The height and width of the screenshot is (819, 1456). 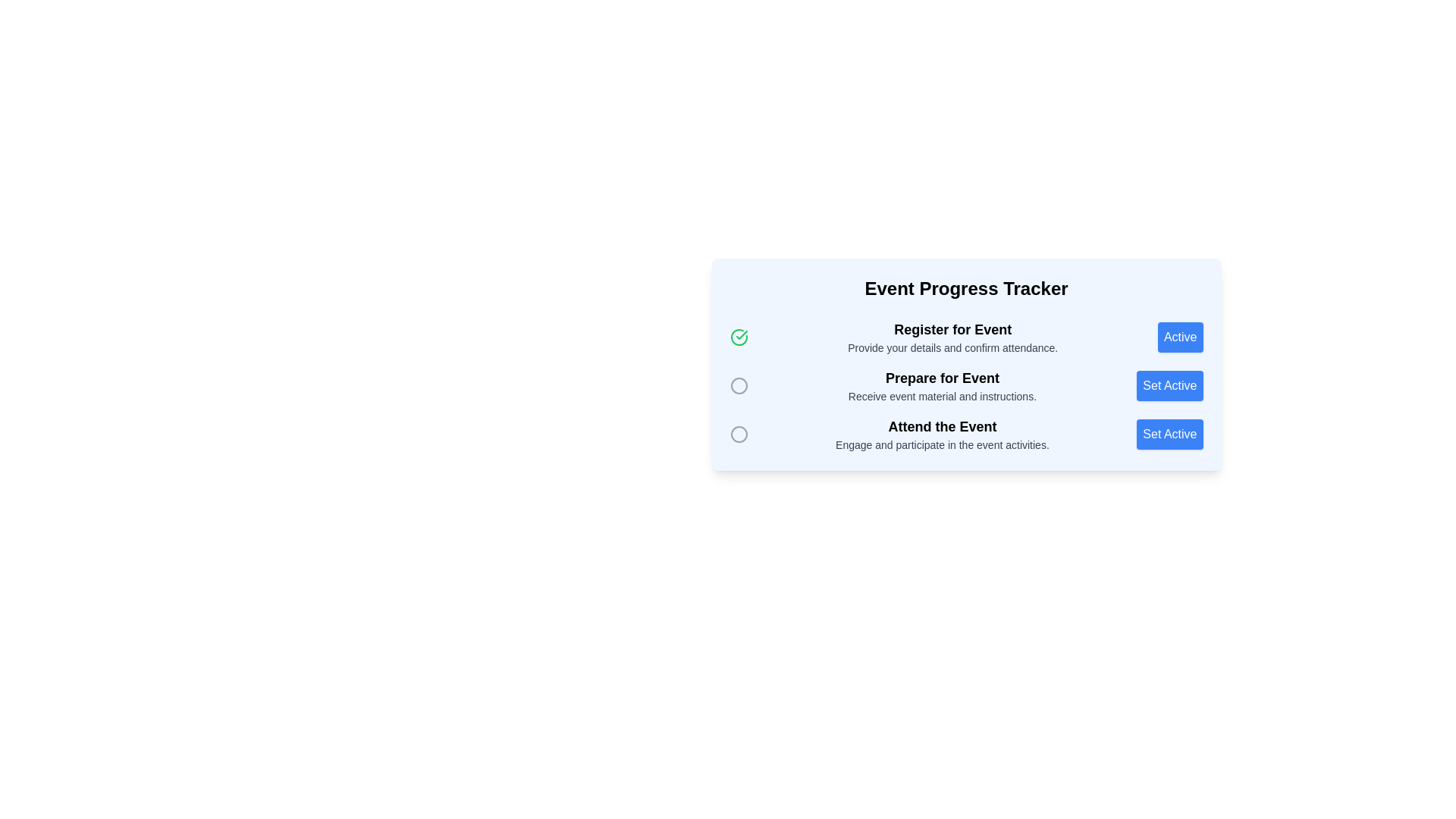 I want to click on the Text label providing additional information for the 'Prepare for Event' step in the event progress tracker interface, so click(x=942, y=396).